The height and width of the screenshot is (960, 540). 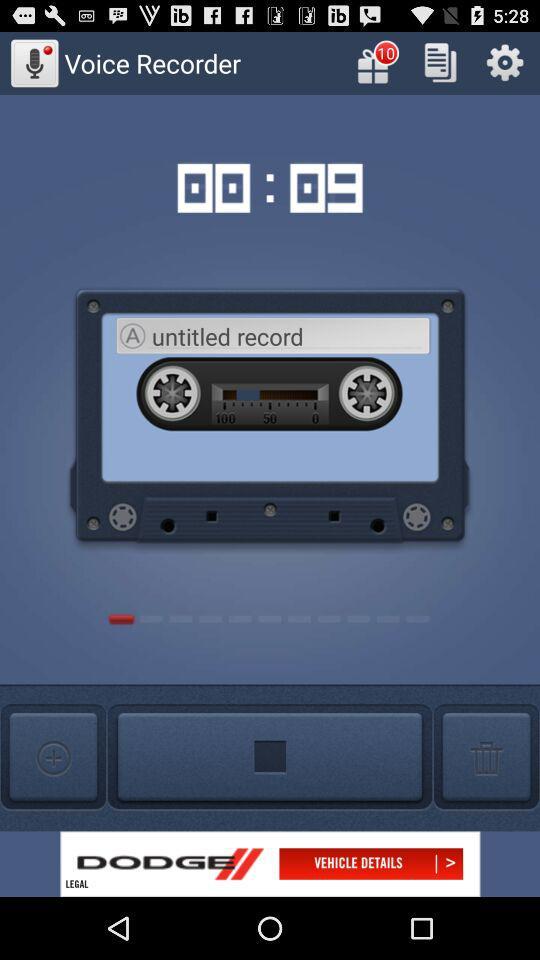 What do you see at coordinates (485, 756) in the screenshot?
I see `delete` at bounding box center [485, 756].